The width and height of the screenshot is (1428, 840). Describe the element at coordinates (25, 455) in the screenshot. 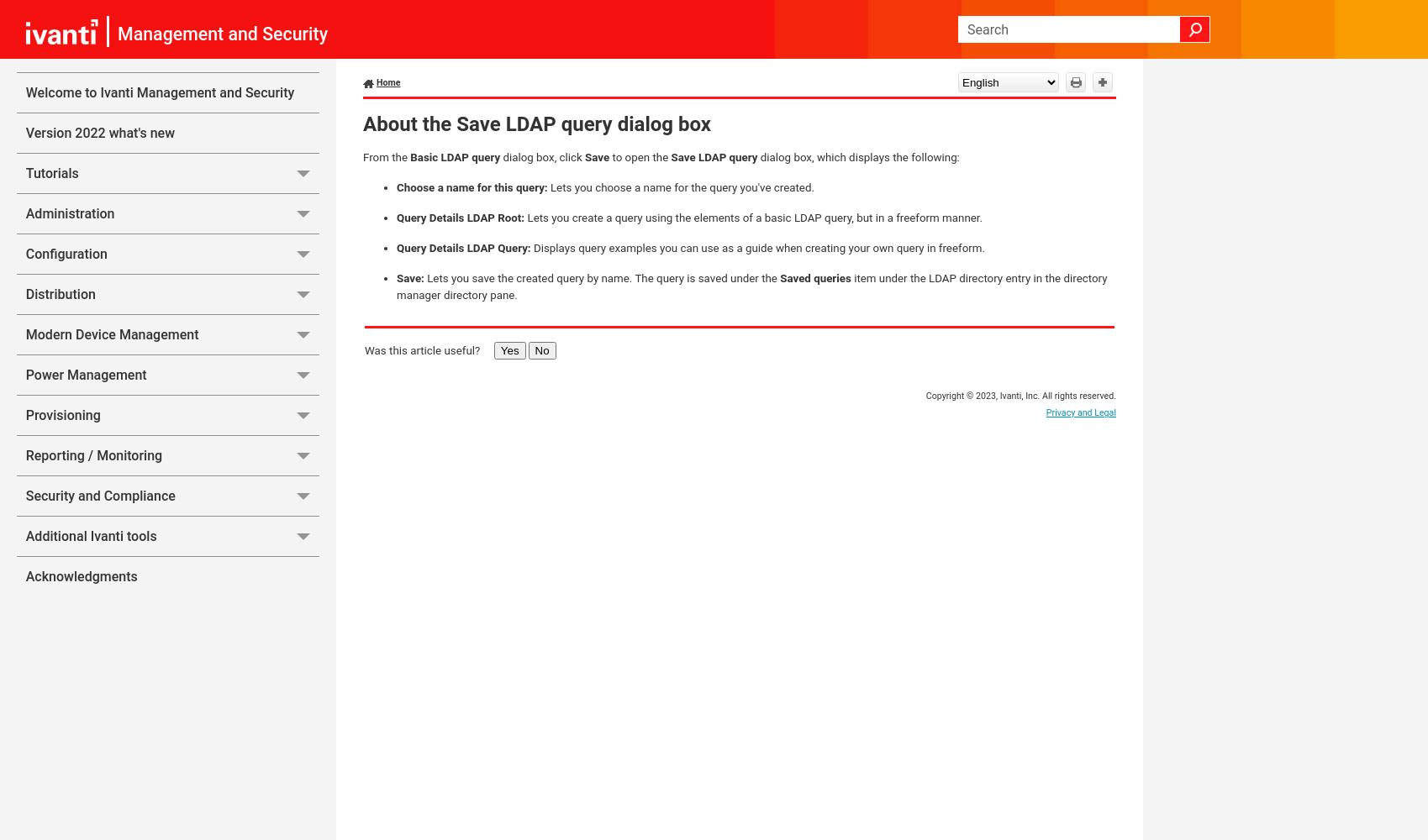

I see `'Reporting / Monitoring'` at that location.